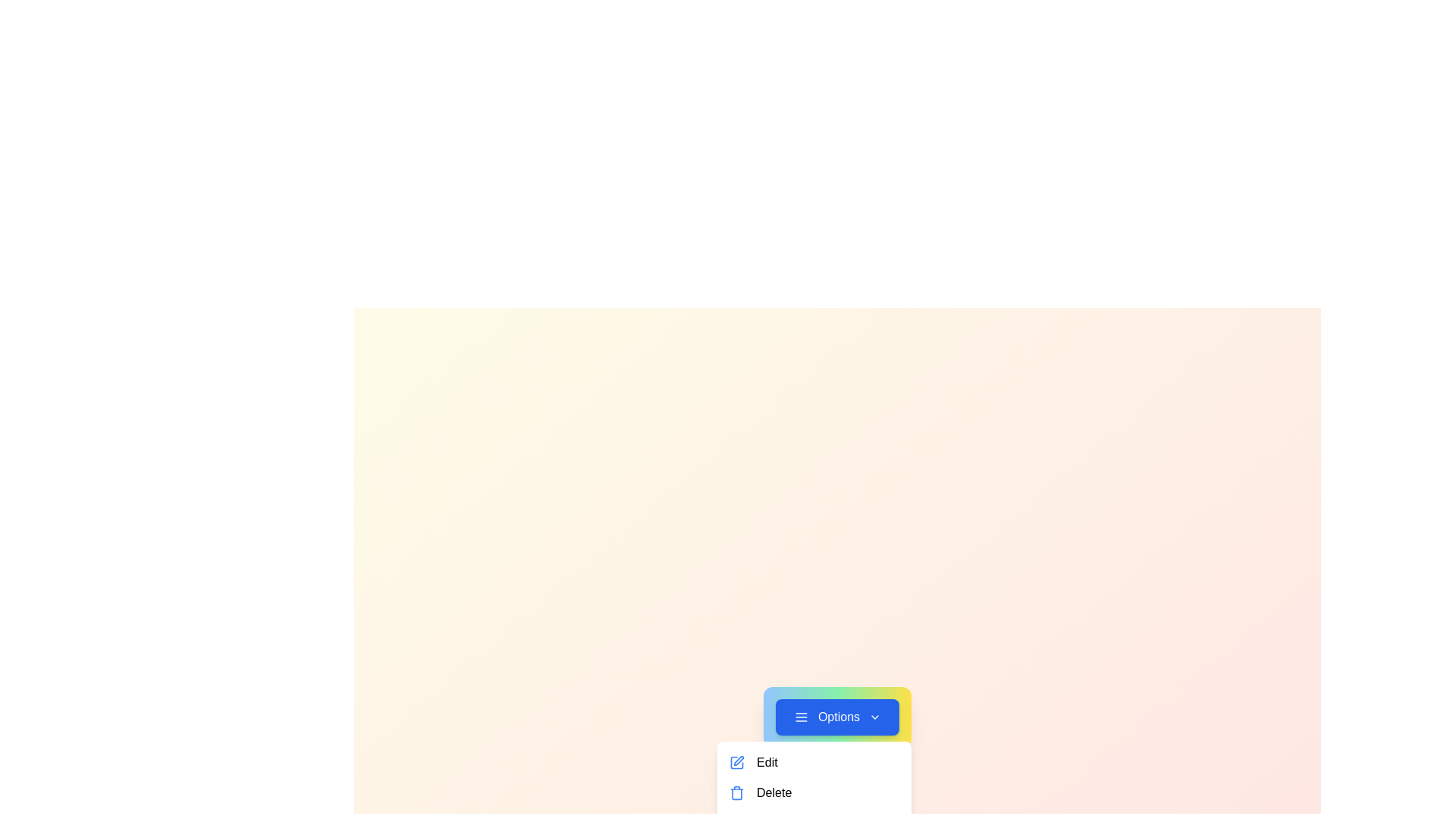  What do you see at coordinates (814, 763) in the screenshot?
I see `the menu option Edit` at bounding box center [814, 763].